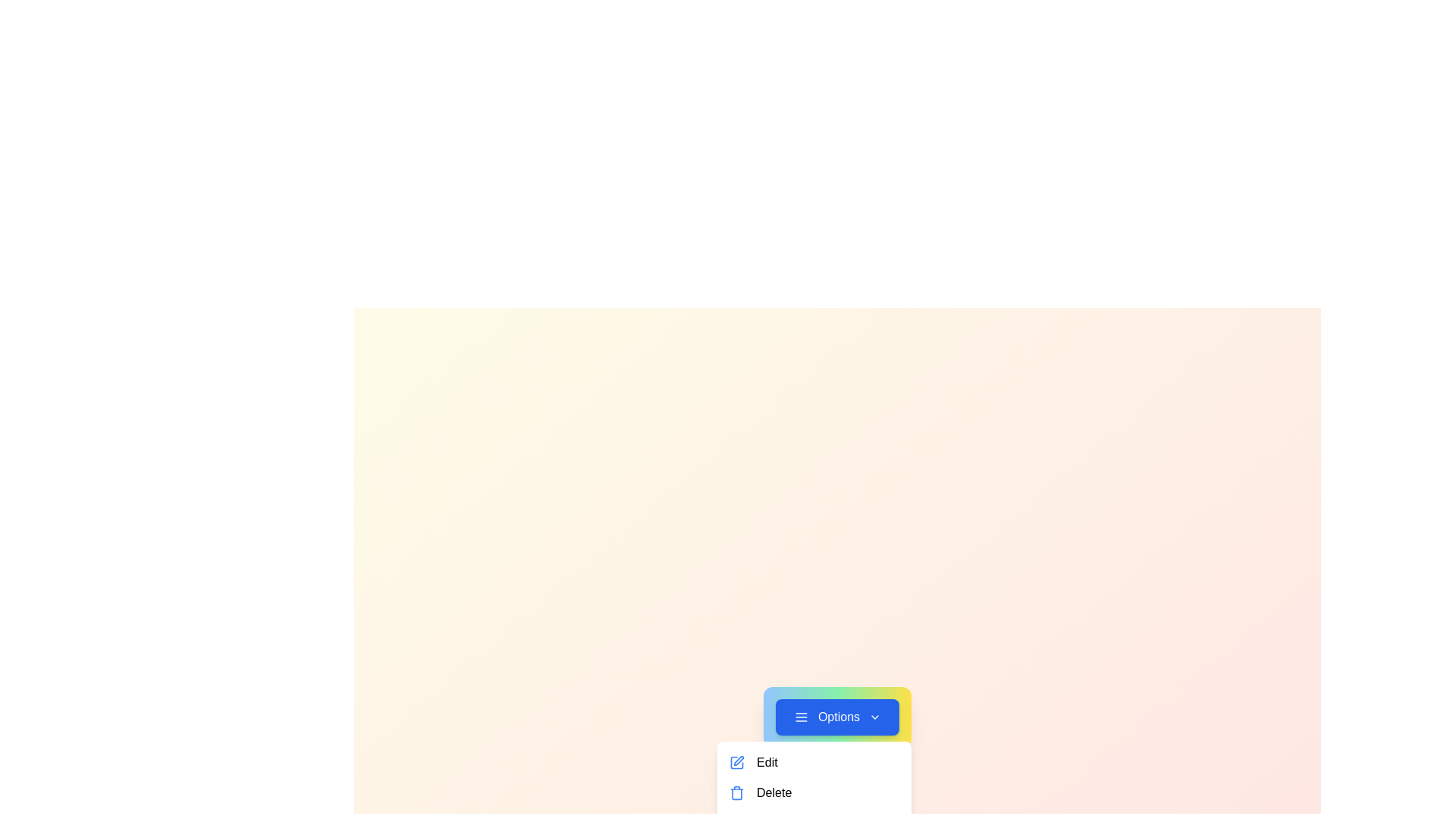  What do you see at coordinates (814, 763) in the screenshot?
I see `the menu option Edit` at bounding box center [814, 763].